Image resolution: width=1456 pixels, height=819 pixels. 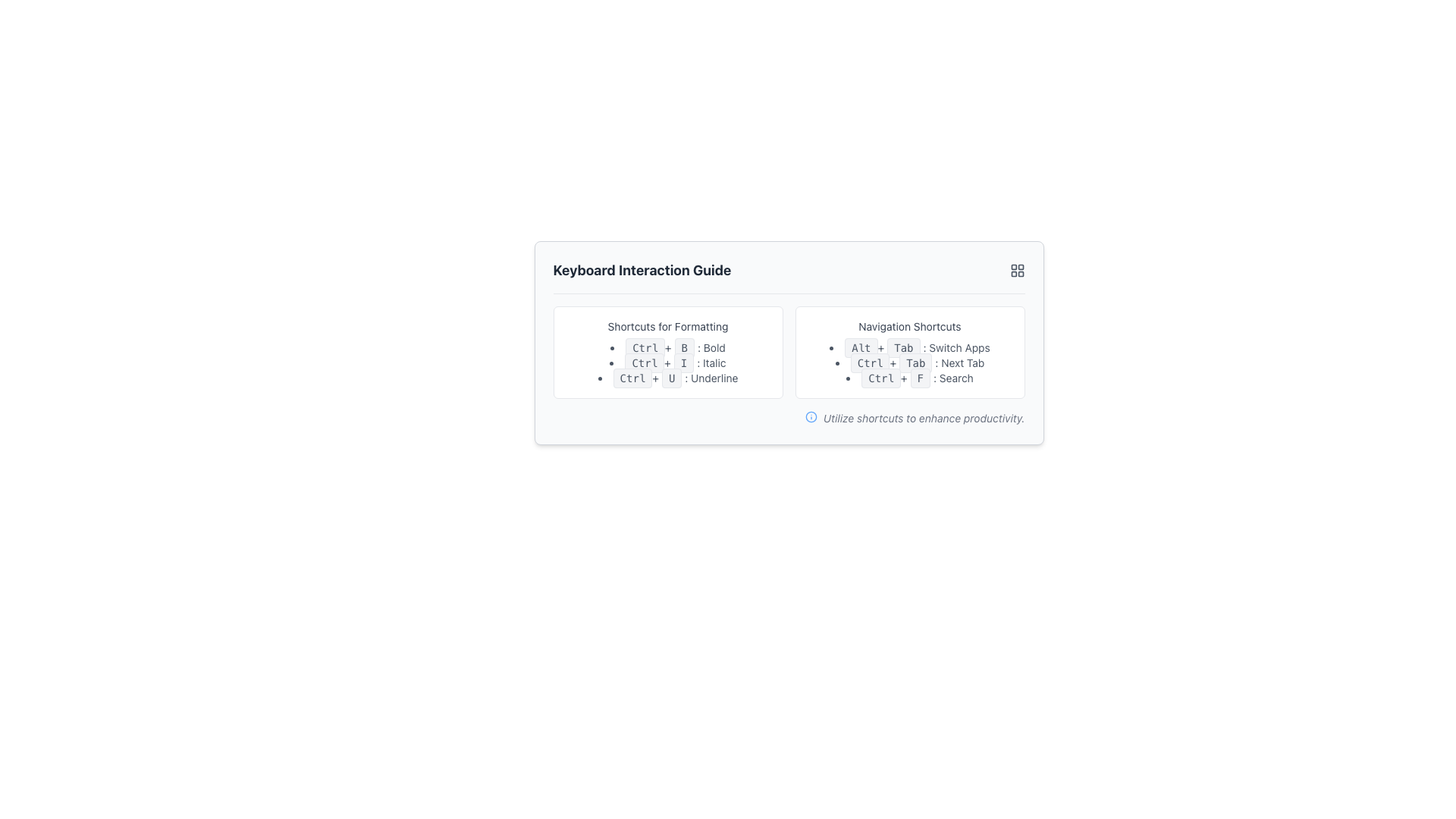 What do you see at coordinates (910, 362) in the screenshot?
I see `the static text element that provides instructional guidance for using the 'Ctrl+Tab' keyboard shortcut, which is positioned between 'Alt+Tab: Switch Apps' and 'Ctrl+F: Search' in the 'Navigation Shortcuts' panel` at bounding box center [910, 362].